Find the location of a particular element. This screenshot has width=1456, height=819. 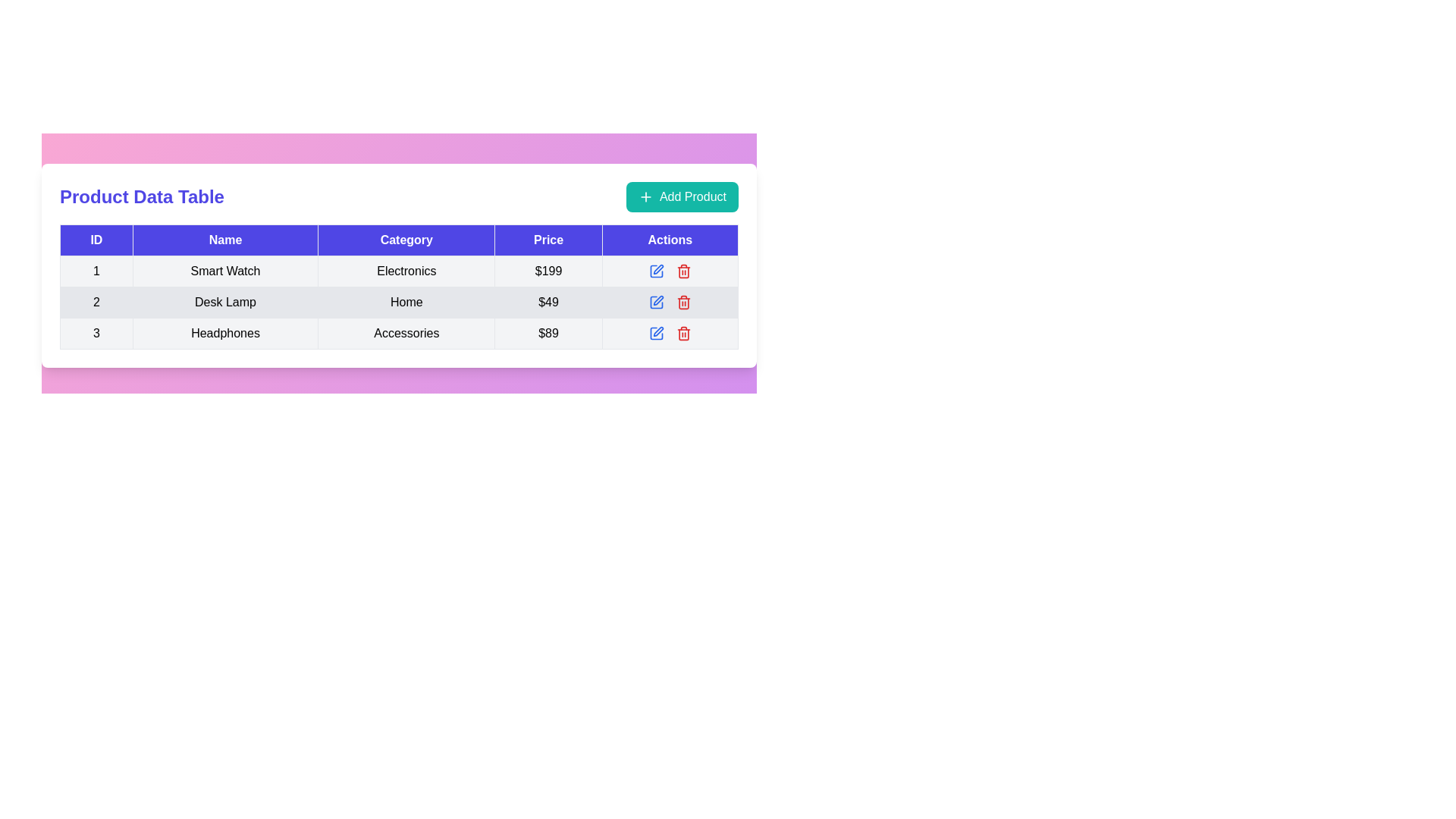

the text label displaying '$199' in the 'Price' column for the 'Smart Watch' product entry in the data table is located at coordinates (548, 271).